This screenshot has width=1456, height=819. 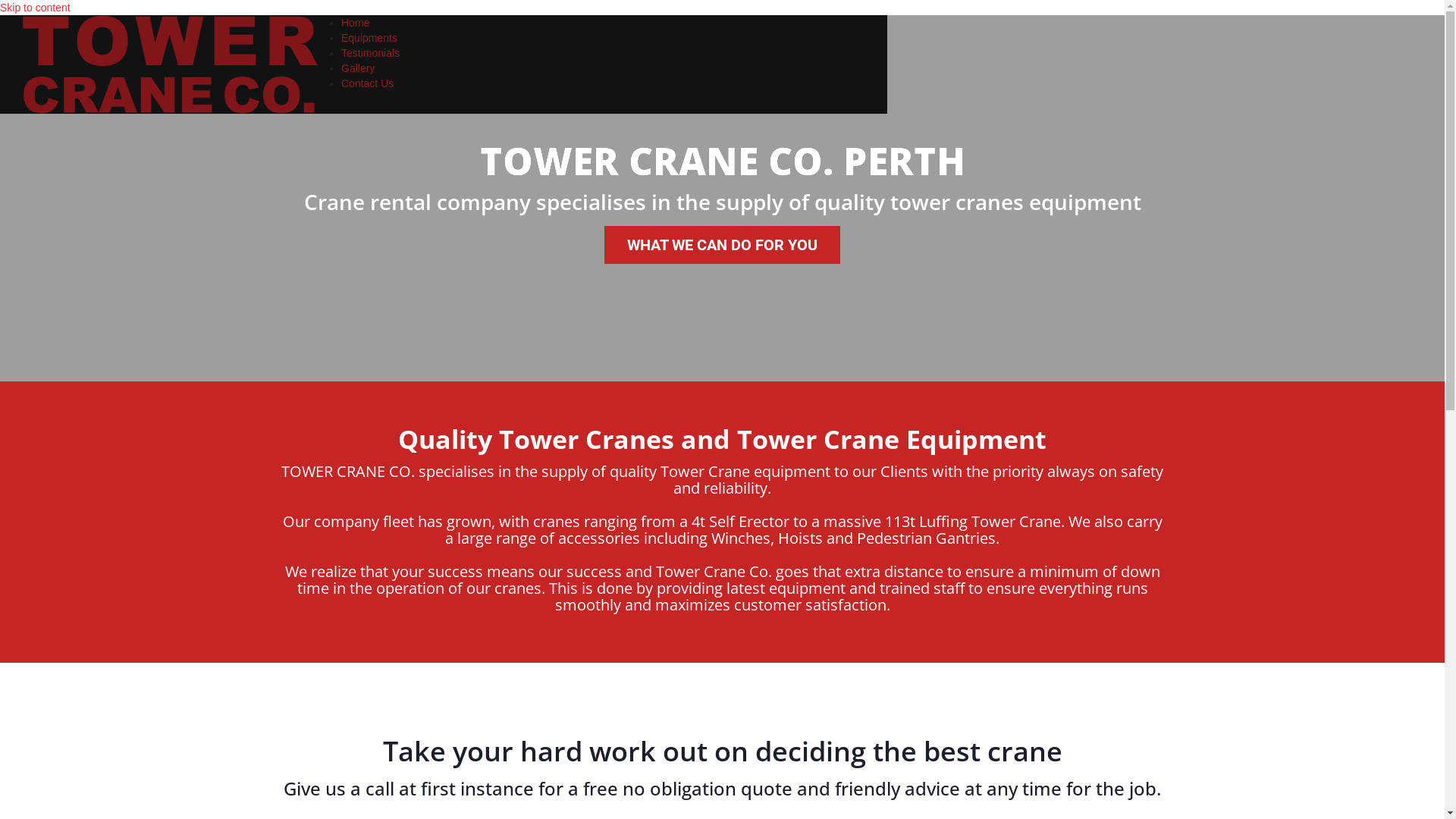 What do you see at coordinates (367, 83) in the screenshot?
I see `'Contact Us'` at bounding box center [367, 83].